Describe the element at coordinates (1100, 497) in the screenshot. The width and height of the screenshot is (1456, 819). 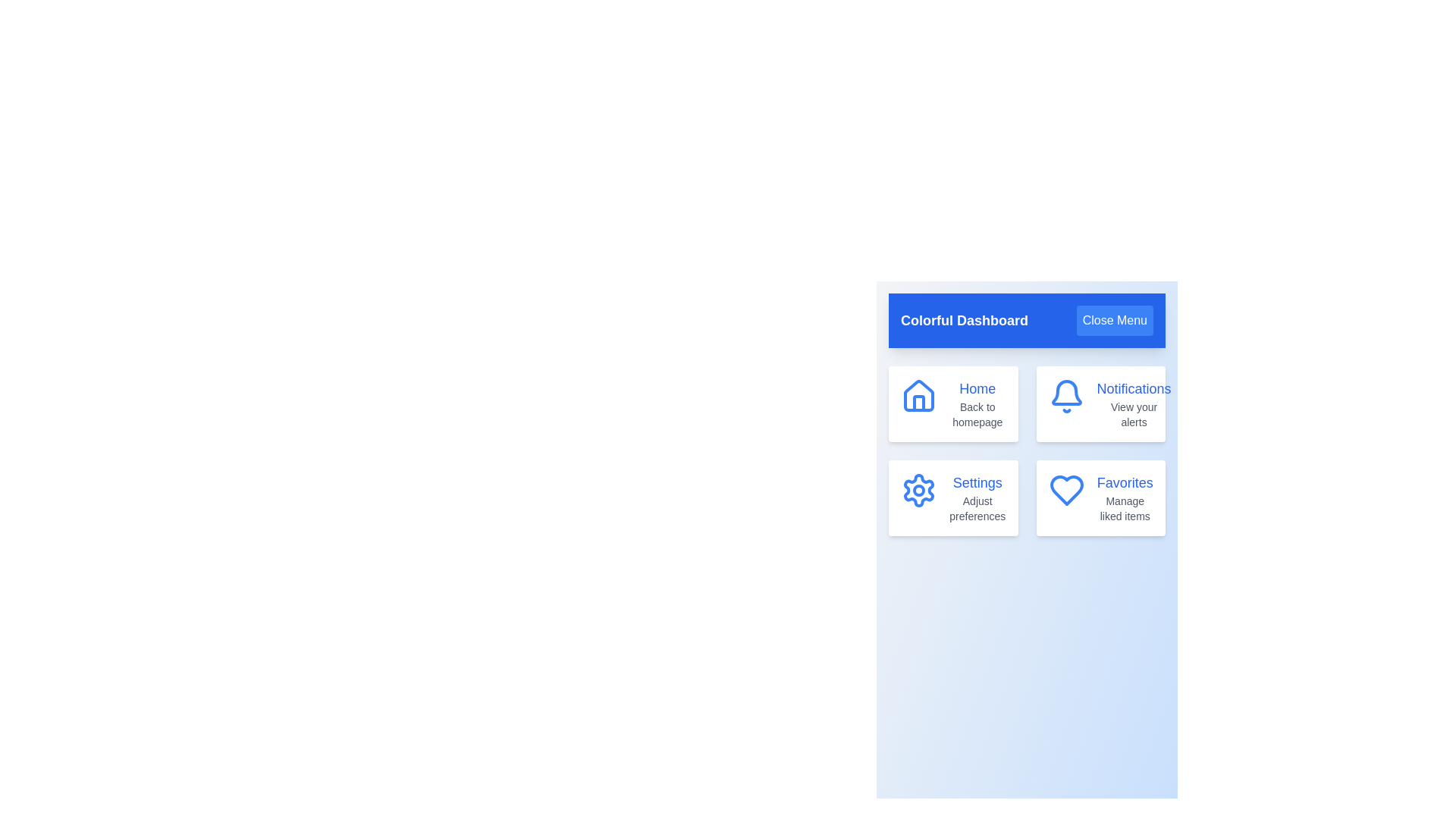
I see `the menu item labeled 'Favorites' to view its visual feedback` at that location.